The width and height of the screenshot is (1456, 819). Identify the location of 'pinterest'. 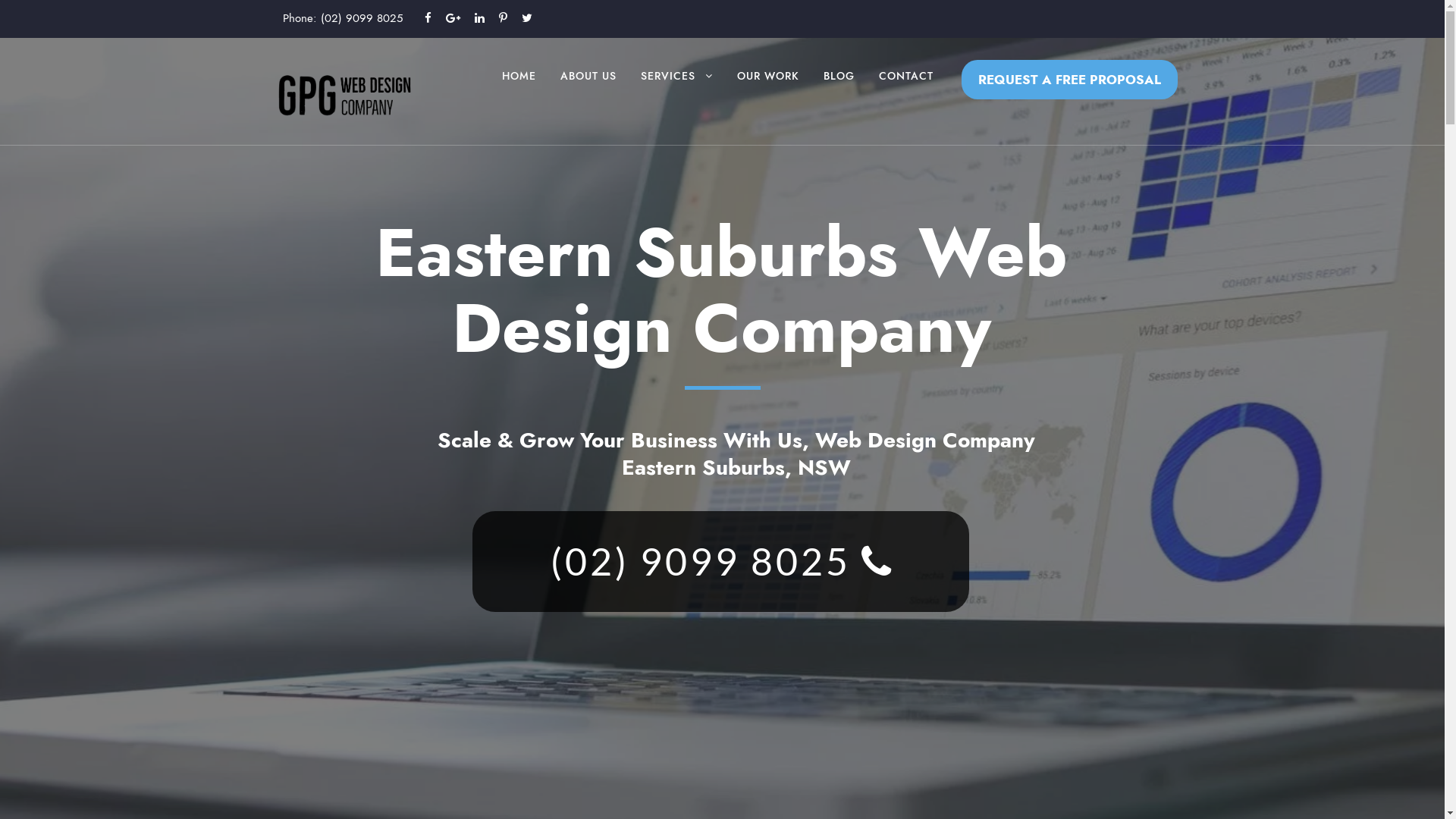
(503, 17).